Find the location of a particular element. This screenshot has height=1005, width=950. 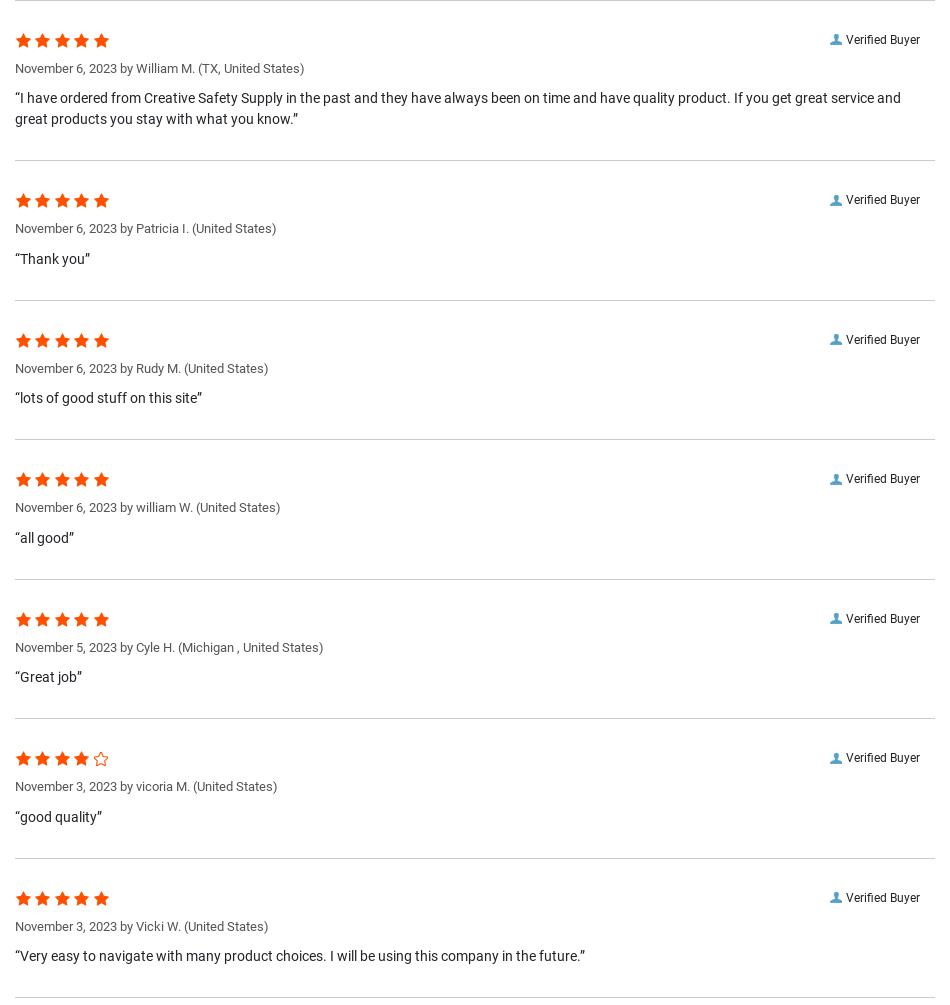

'“all good”' is located at coordinates (44, 535).